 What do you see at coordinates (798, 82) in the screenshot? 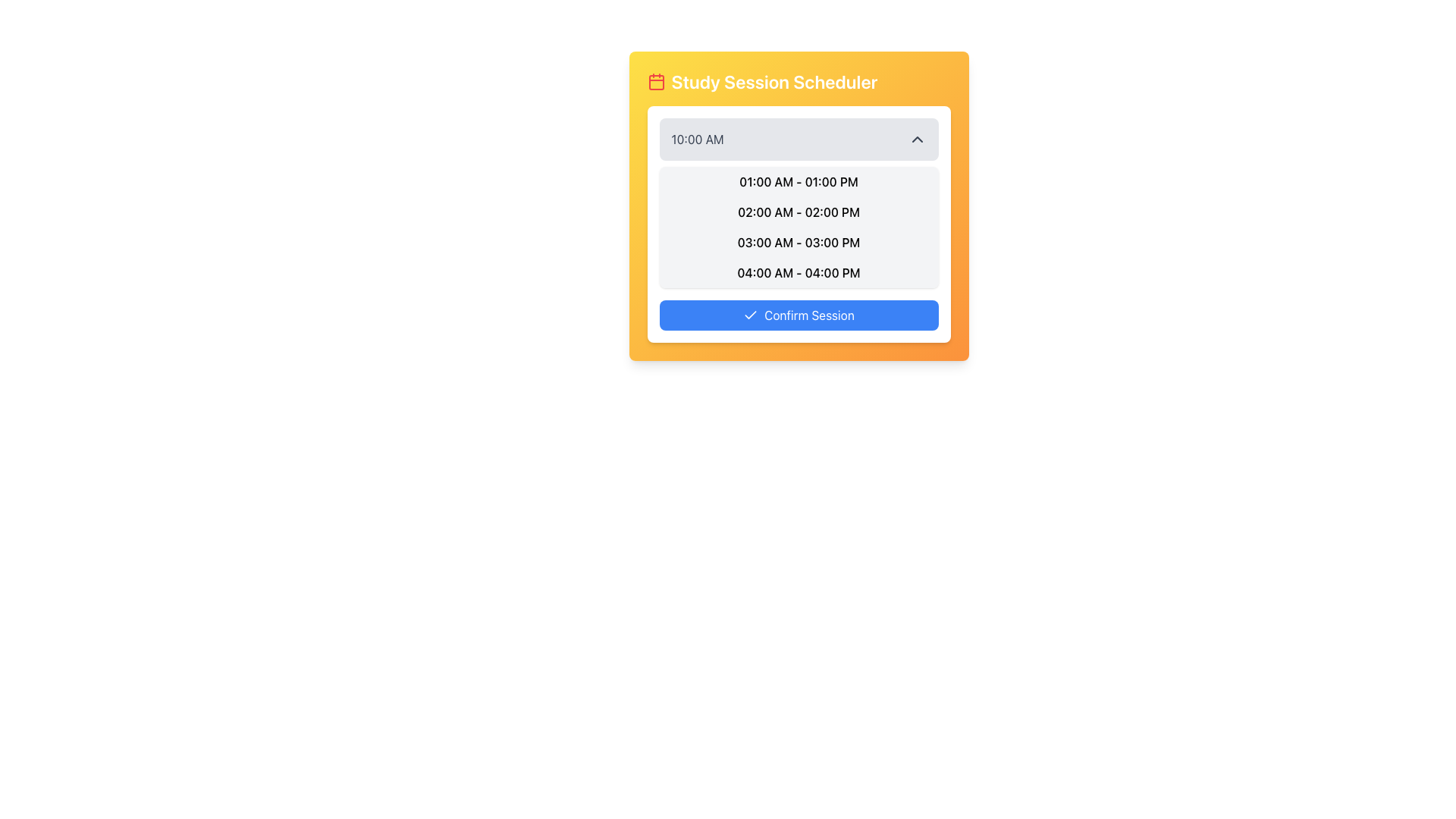
I see `the header text area displaying 'Study Session Scheduler' with a red calendar icon, styled with a large, bold white font against a gradient background` at bounding box center [798, 82].